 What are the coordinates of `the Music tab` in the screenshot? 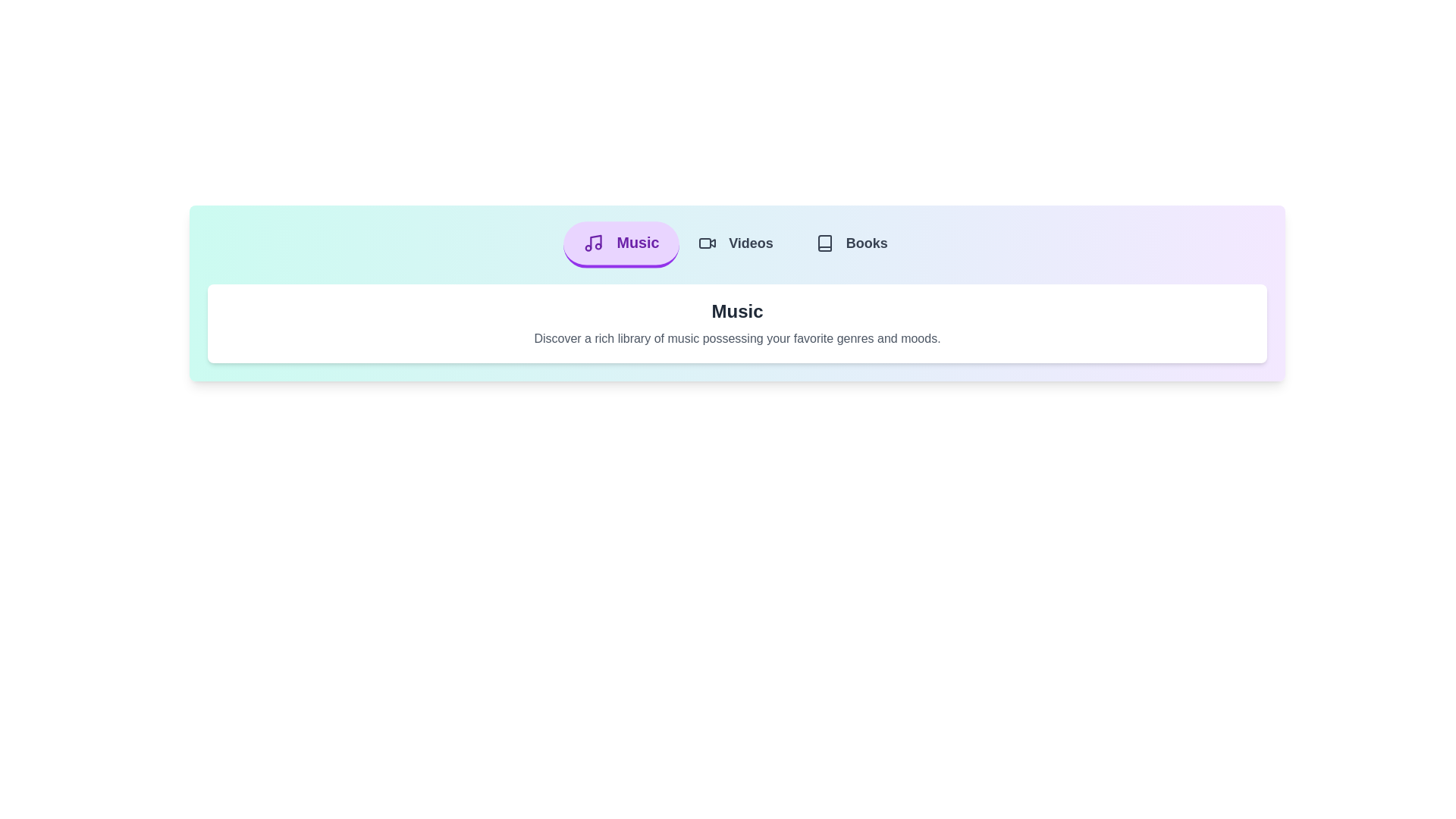 It's located at (621, 244).